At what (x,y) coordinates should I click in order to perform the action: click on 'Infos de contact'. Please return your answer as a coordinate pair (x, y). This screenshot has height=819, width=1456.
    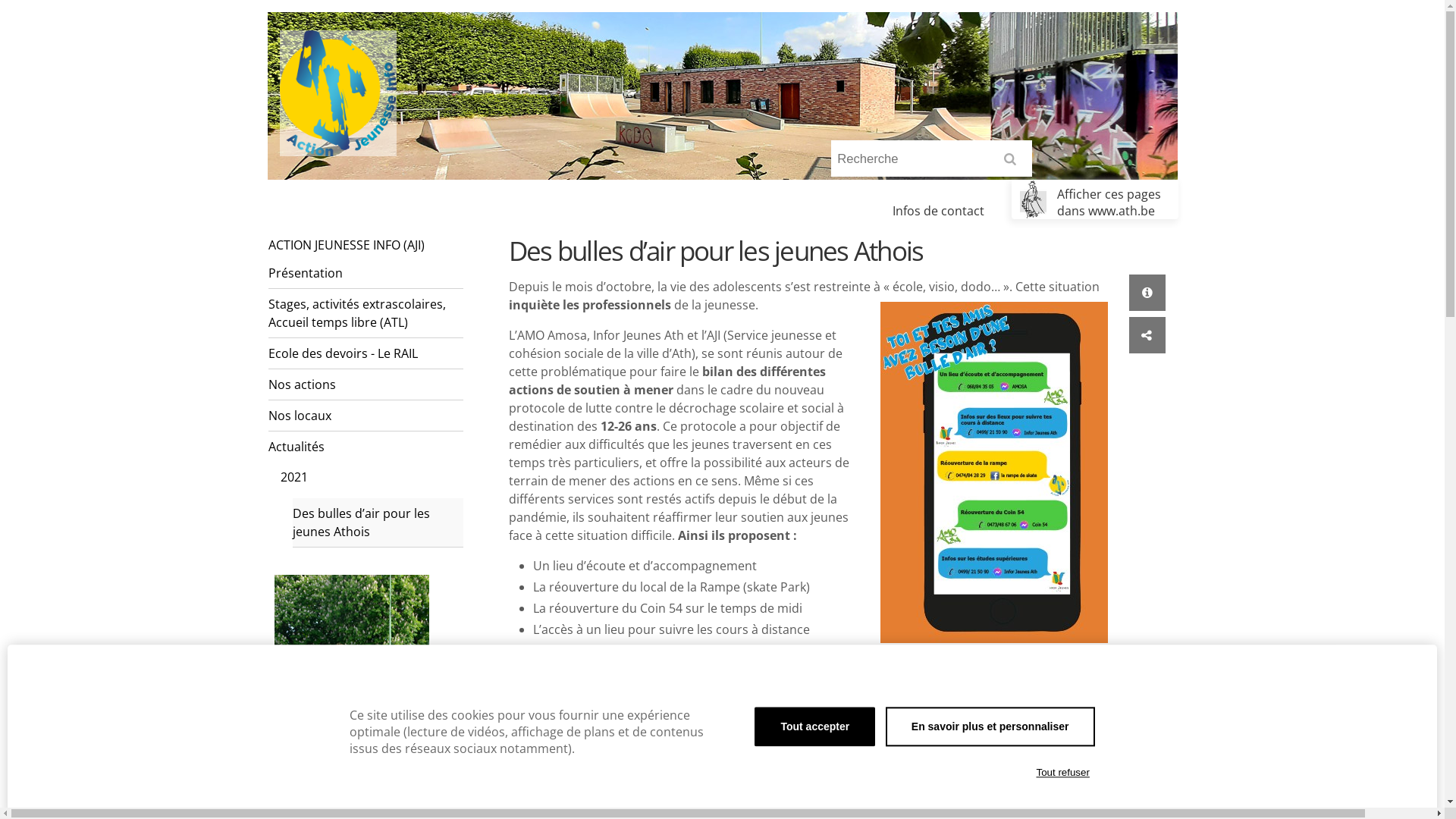
    Looking at the image, I should click on (937, 210).